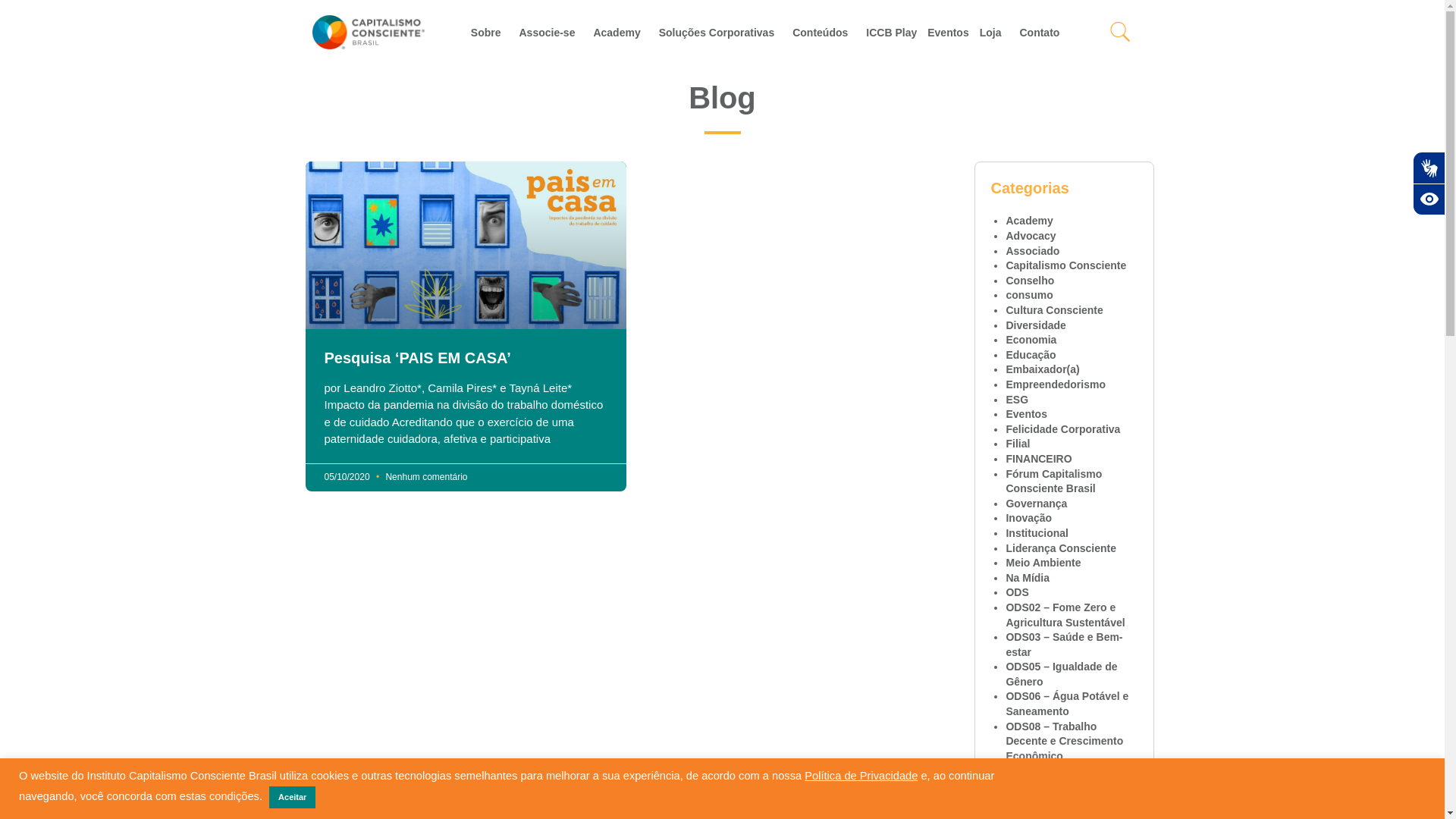 The width and height of the screenshot is (1456, 819). What do you see at coordinates (1062, 429) in the screenshot?
I see `'Felicidade Corporativa'` at bounding box center [1062, 429].